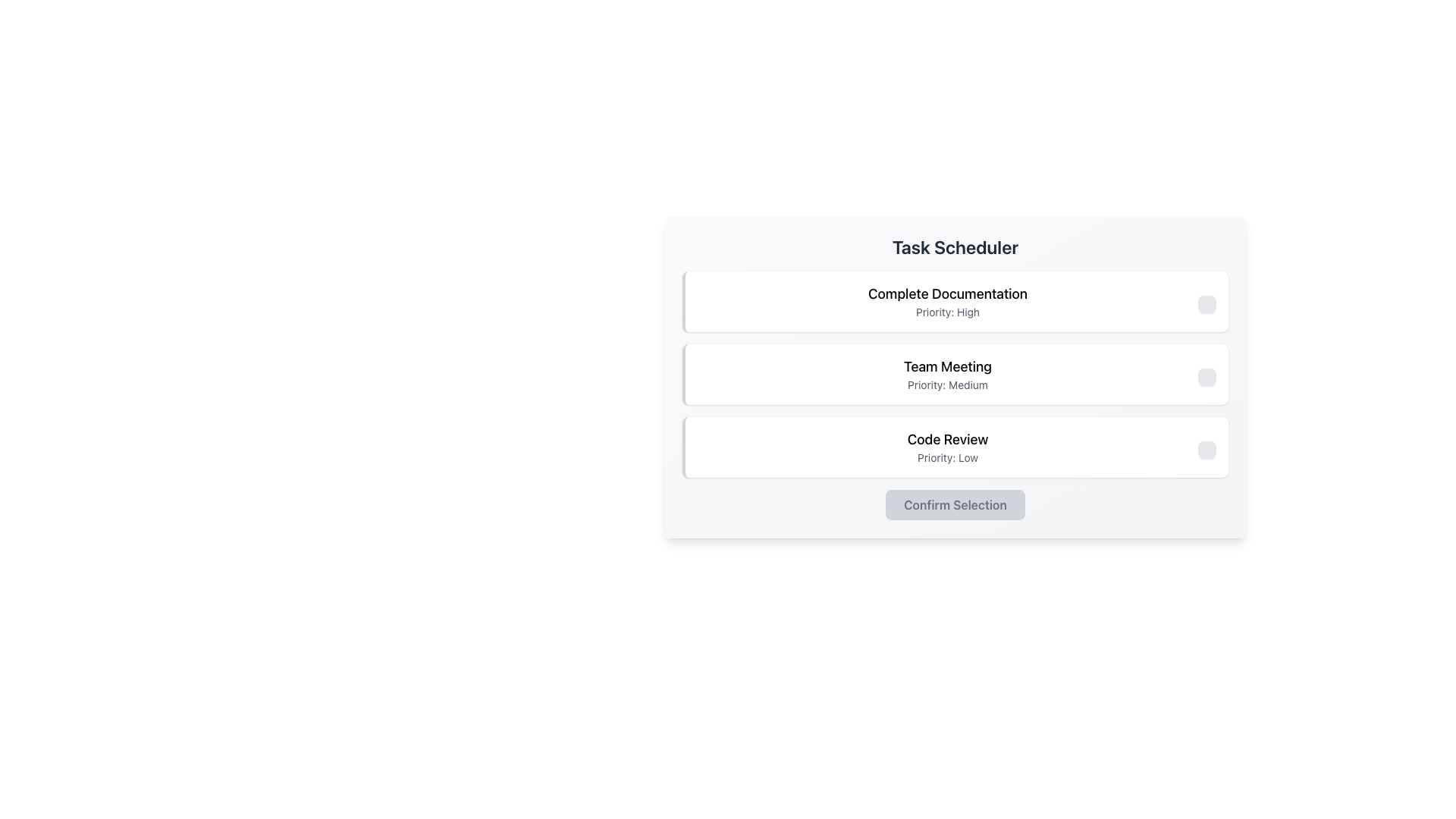  Describe the element at coordinates (954, 447) in the screenshot. I see `to select the task card titled 'Code Review' with 'Low' priority, located in the 'Task Scheduler' section` at that location.